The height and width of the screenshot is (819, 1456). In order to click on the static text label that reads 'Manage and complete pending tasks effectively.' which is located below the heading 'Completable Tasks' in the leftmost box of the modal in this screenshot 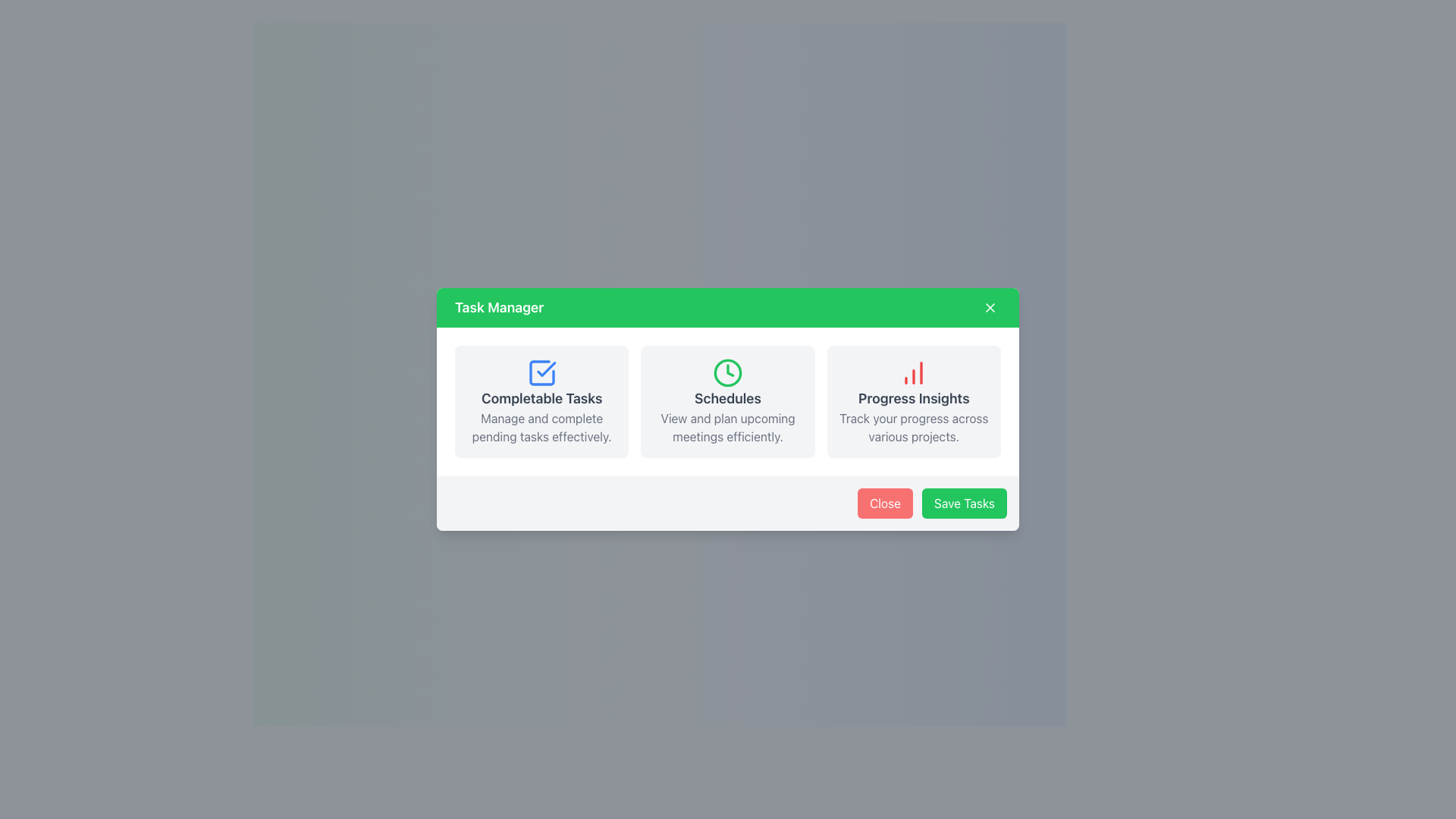, I will do `click(541, 427)`.